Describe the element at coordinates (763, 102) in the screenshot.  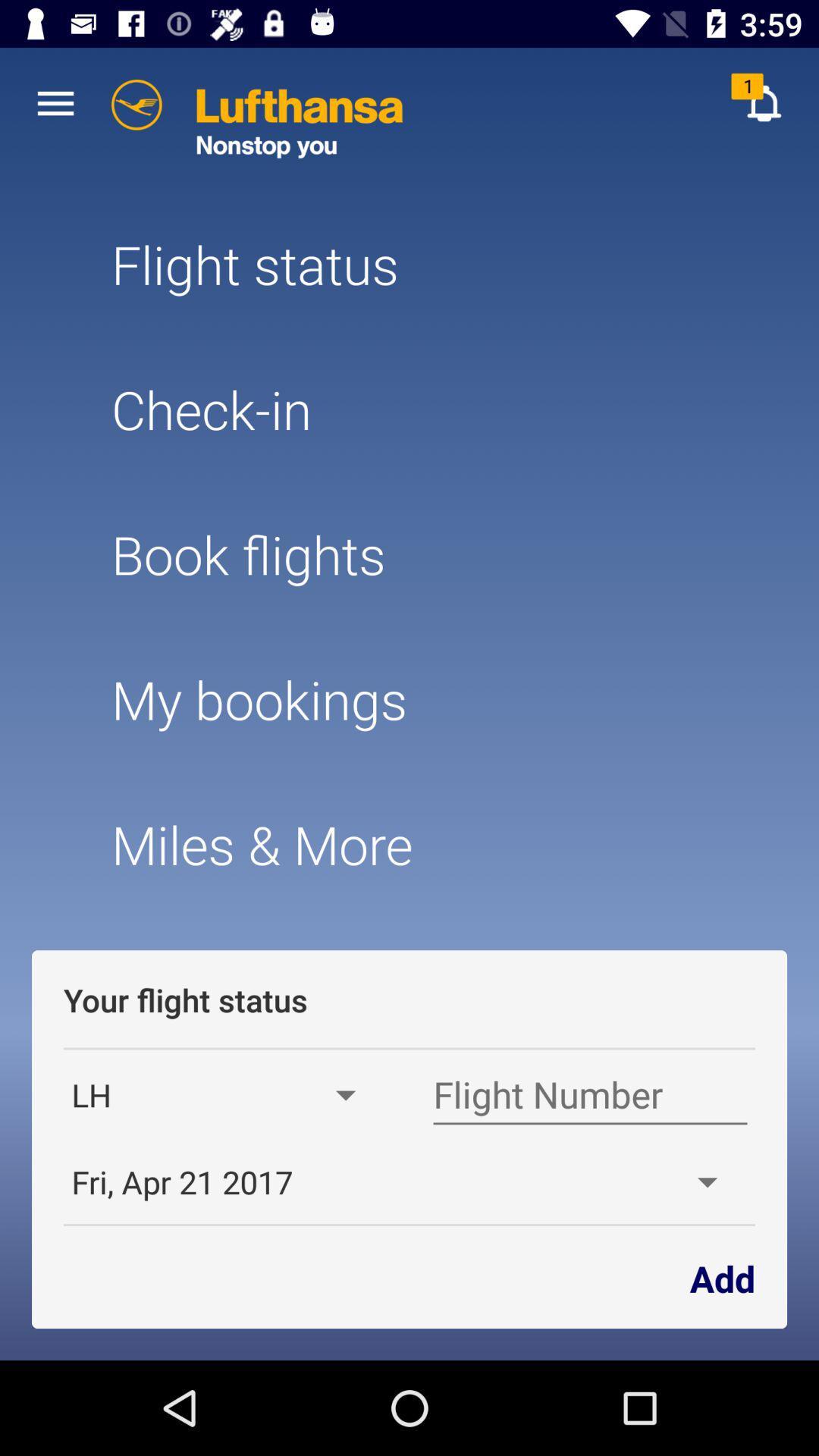
I see `icon at the top right corner` at that location.